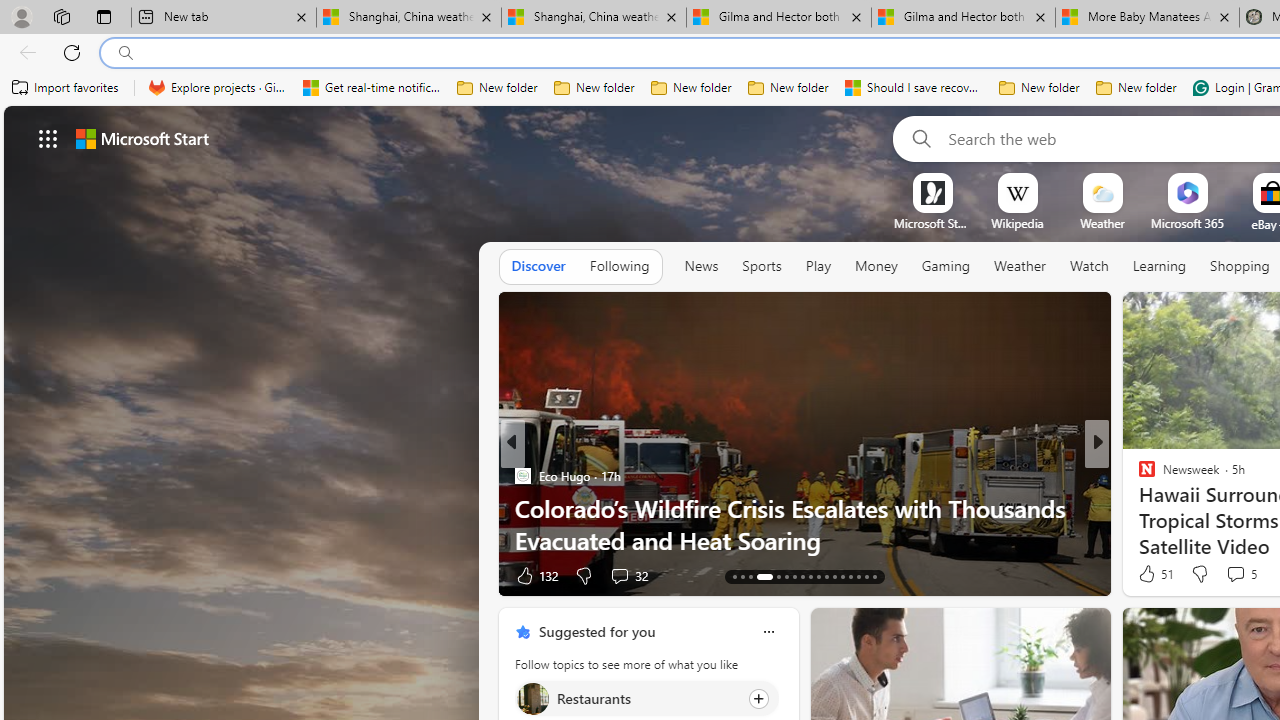 The width and height of the screenshot is (1280, 720). I want to click on '38 Like', so click(1149, 575).